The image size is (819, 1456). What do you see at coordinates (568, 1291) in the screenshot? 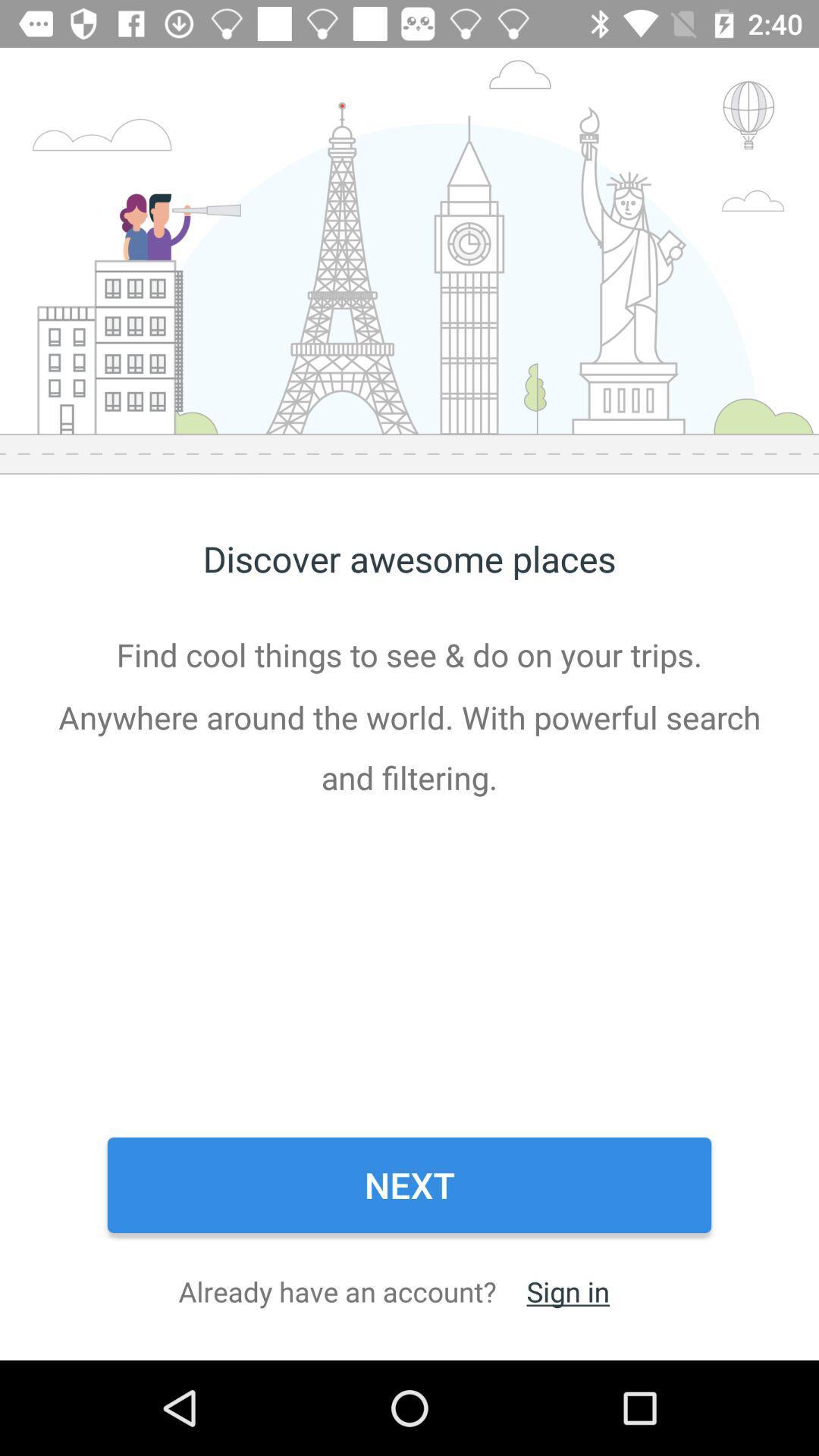
I see `sign in icon` at bounding box center [568, 1291].